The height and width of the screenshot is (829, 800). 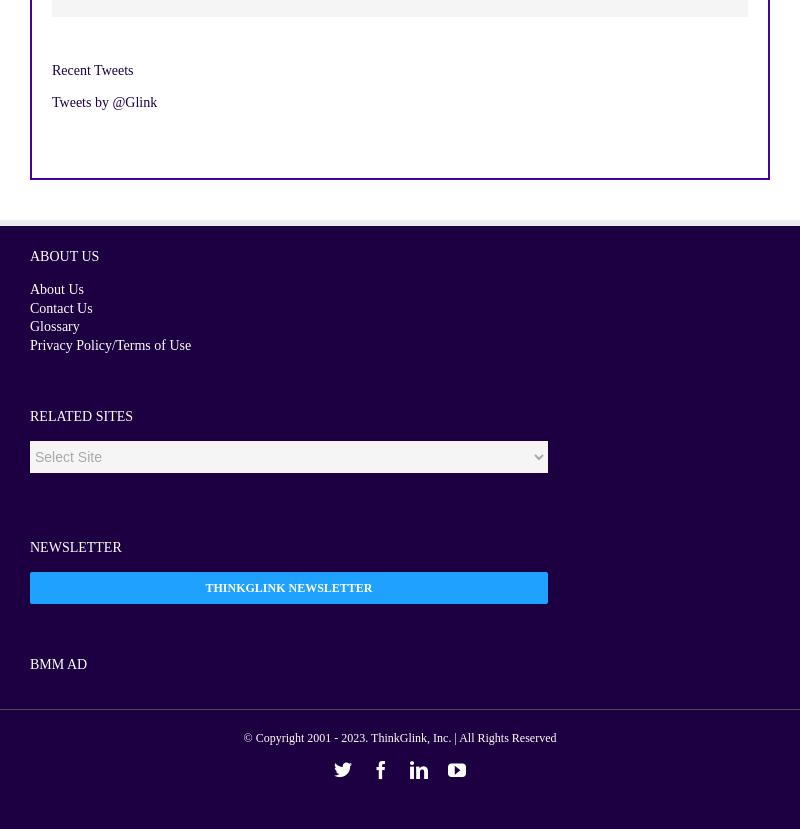 What do you see at coordinates (103, 101) in the screenshot?
I see `'Tweets by @Glink'` at bounding box center [103, 101].